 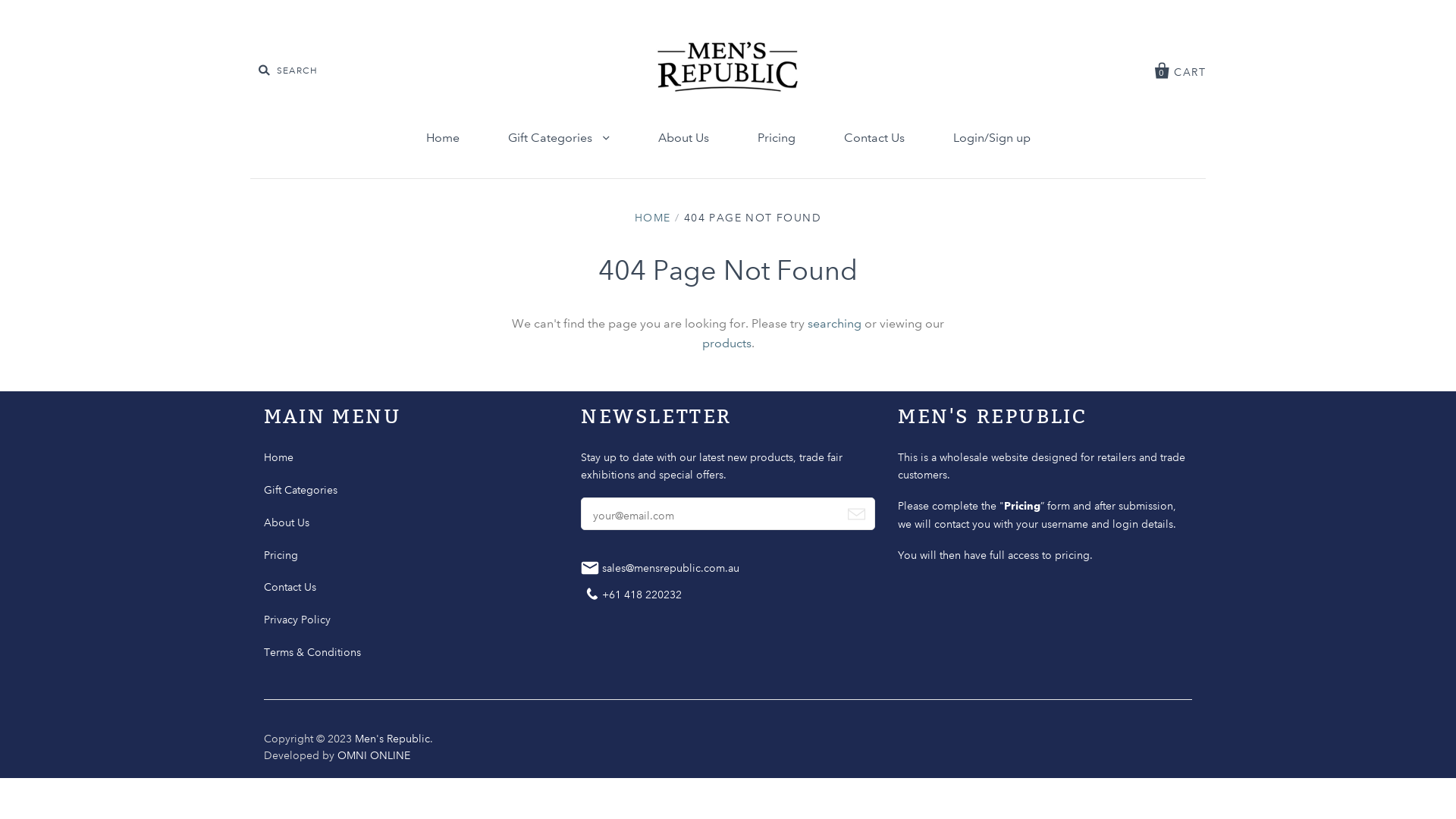 What do you see at coordinates (734, 137) in the screenshot?
I see `'Pricing'` at bounding box center [734, 137].